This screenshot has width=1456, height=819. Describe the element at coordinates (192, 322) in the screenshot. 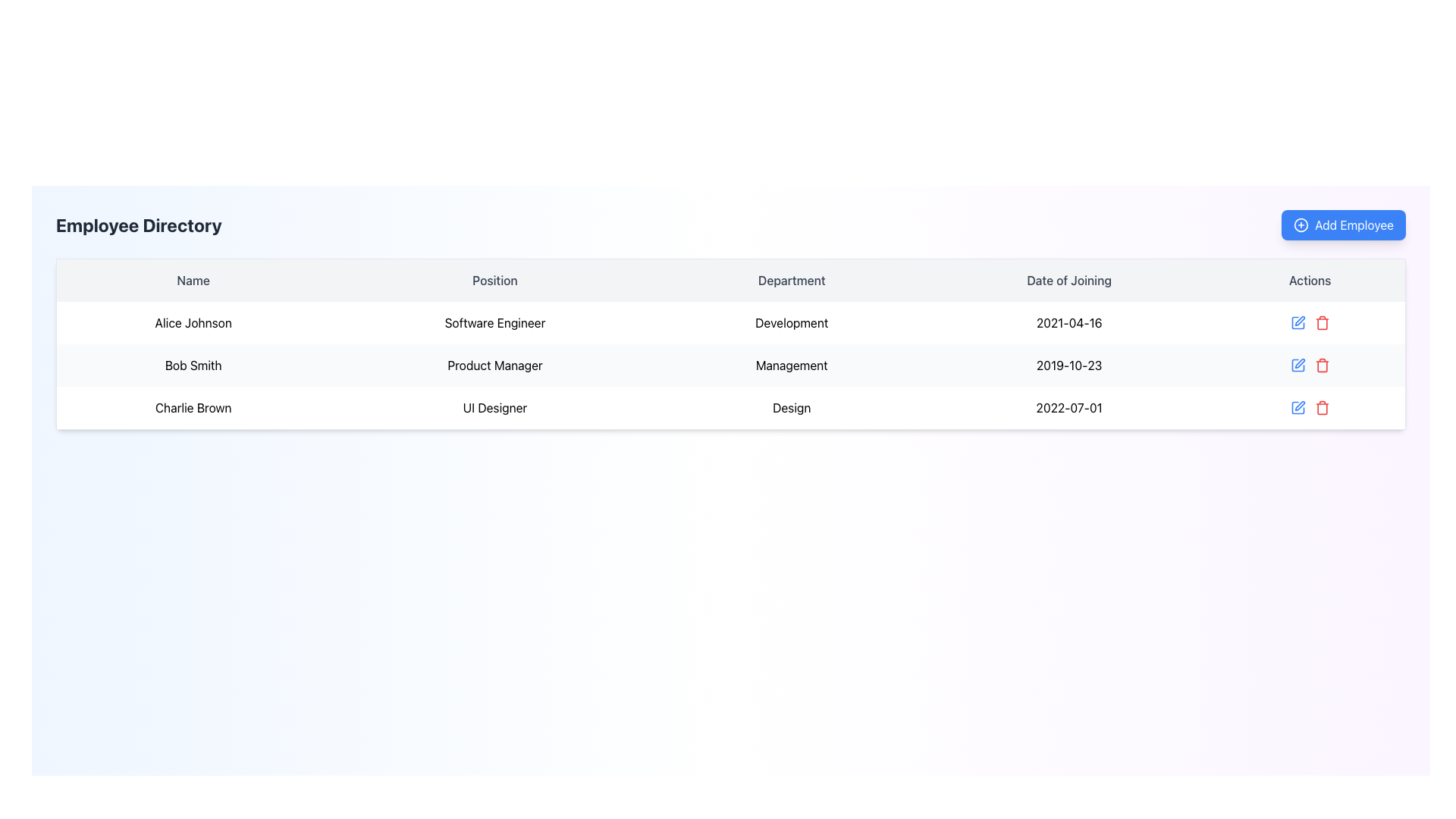

I see `the static text label 'Alice Johnson' located in the leftmost column of a table row` at that location.